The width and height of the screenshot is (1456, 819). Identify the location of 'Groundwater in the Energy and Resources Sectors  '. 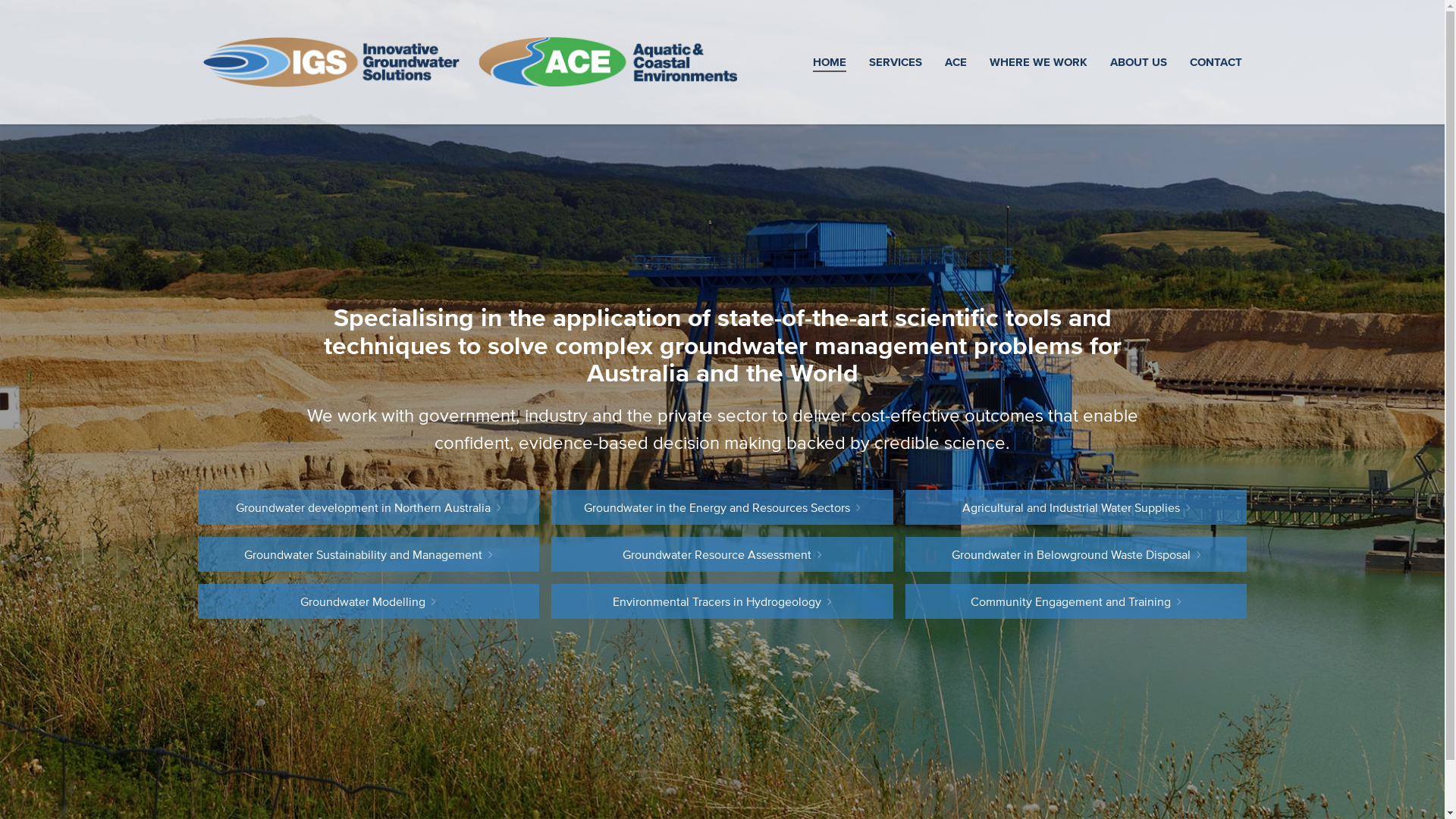
(721, 507).